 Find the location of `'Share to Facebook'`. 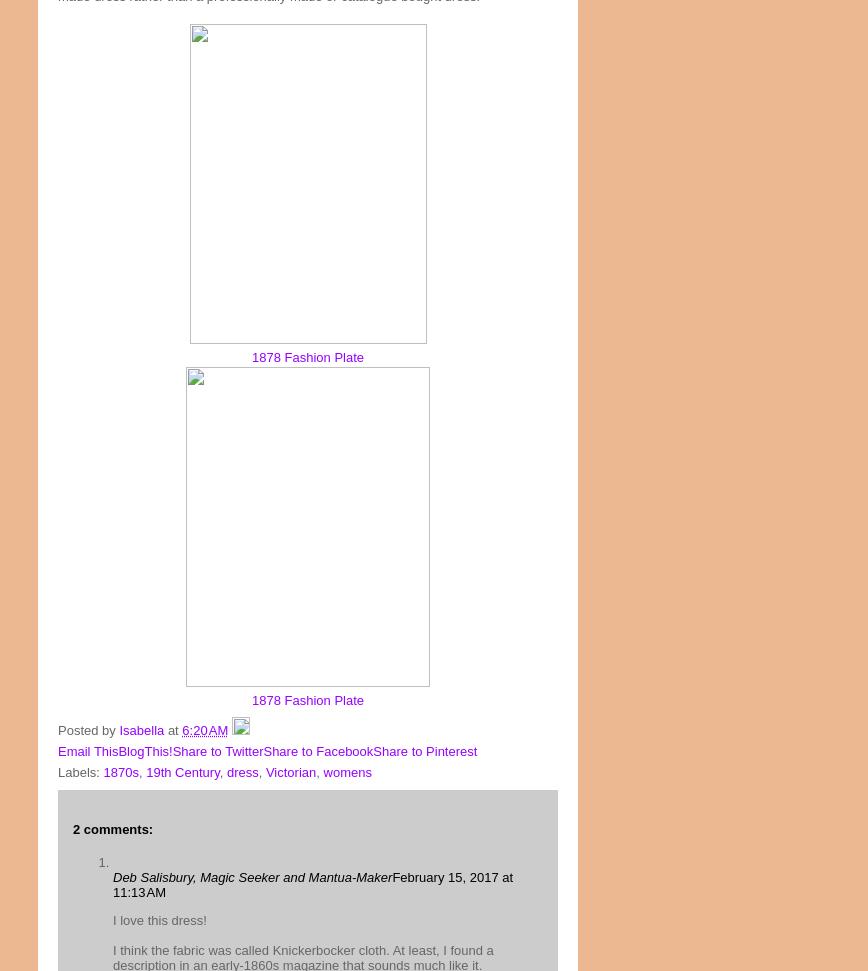

'Share to Facebook' is located at coordinates (318, 749).